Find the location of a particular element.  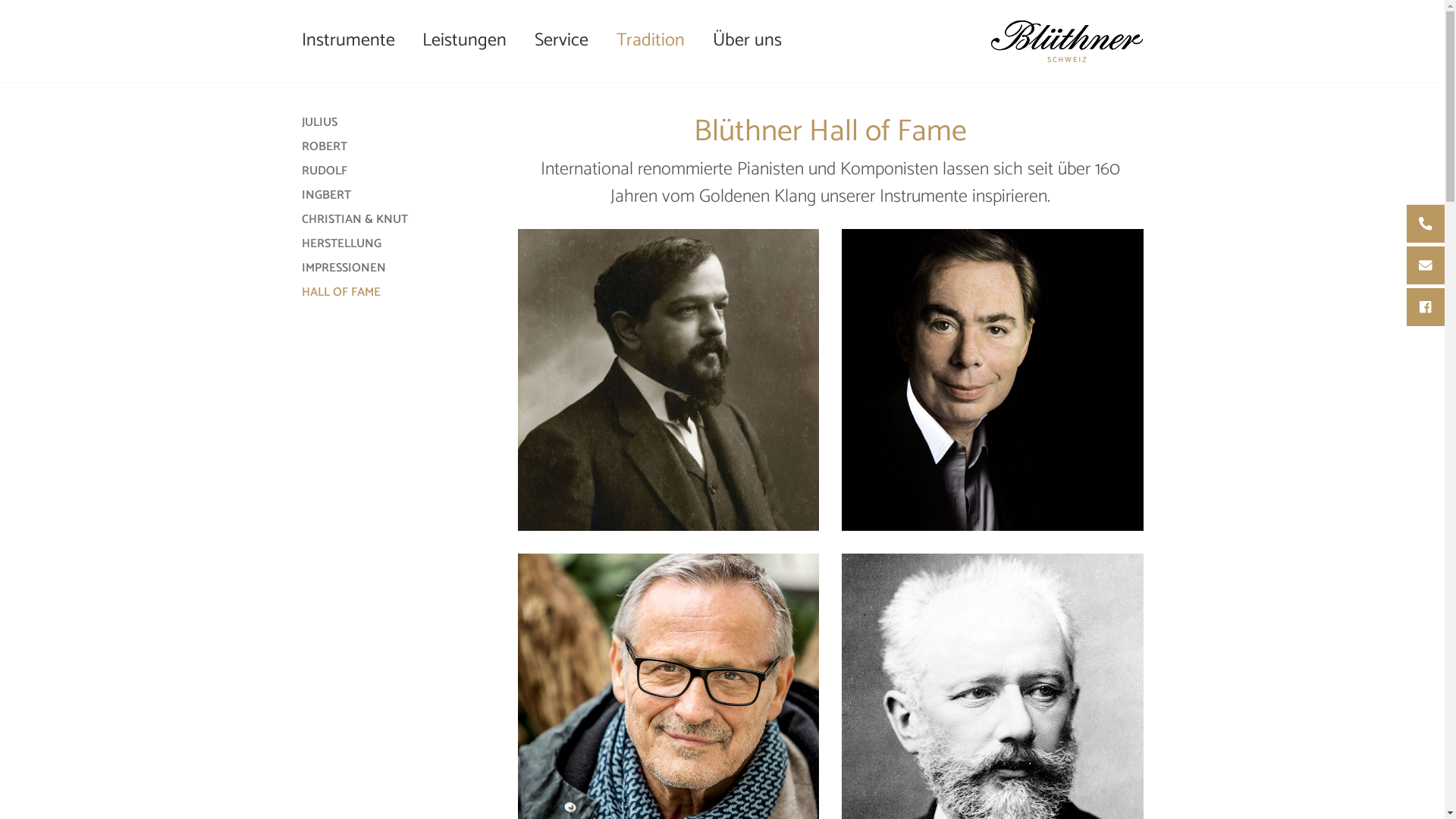

'CHRISTIAN & KNUT' is located at coordinates (354, 219).